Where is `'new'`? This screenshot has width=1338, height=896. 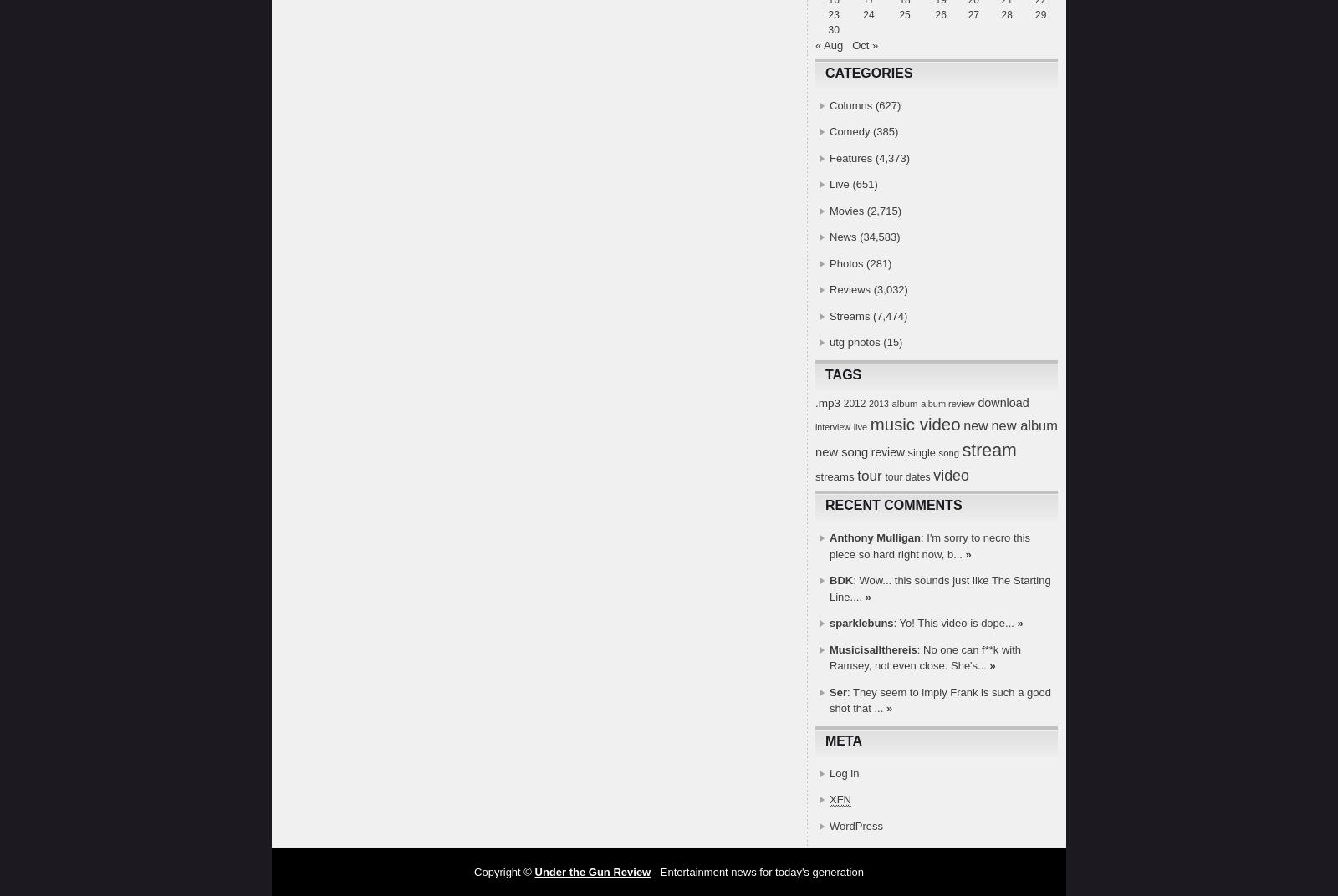 'new' is located at coordinates (975, 425).